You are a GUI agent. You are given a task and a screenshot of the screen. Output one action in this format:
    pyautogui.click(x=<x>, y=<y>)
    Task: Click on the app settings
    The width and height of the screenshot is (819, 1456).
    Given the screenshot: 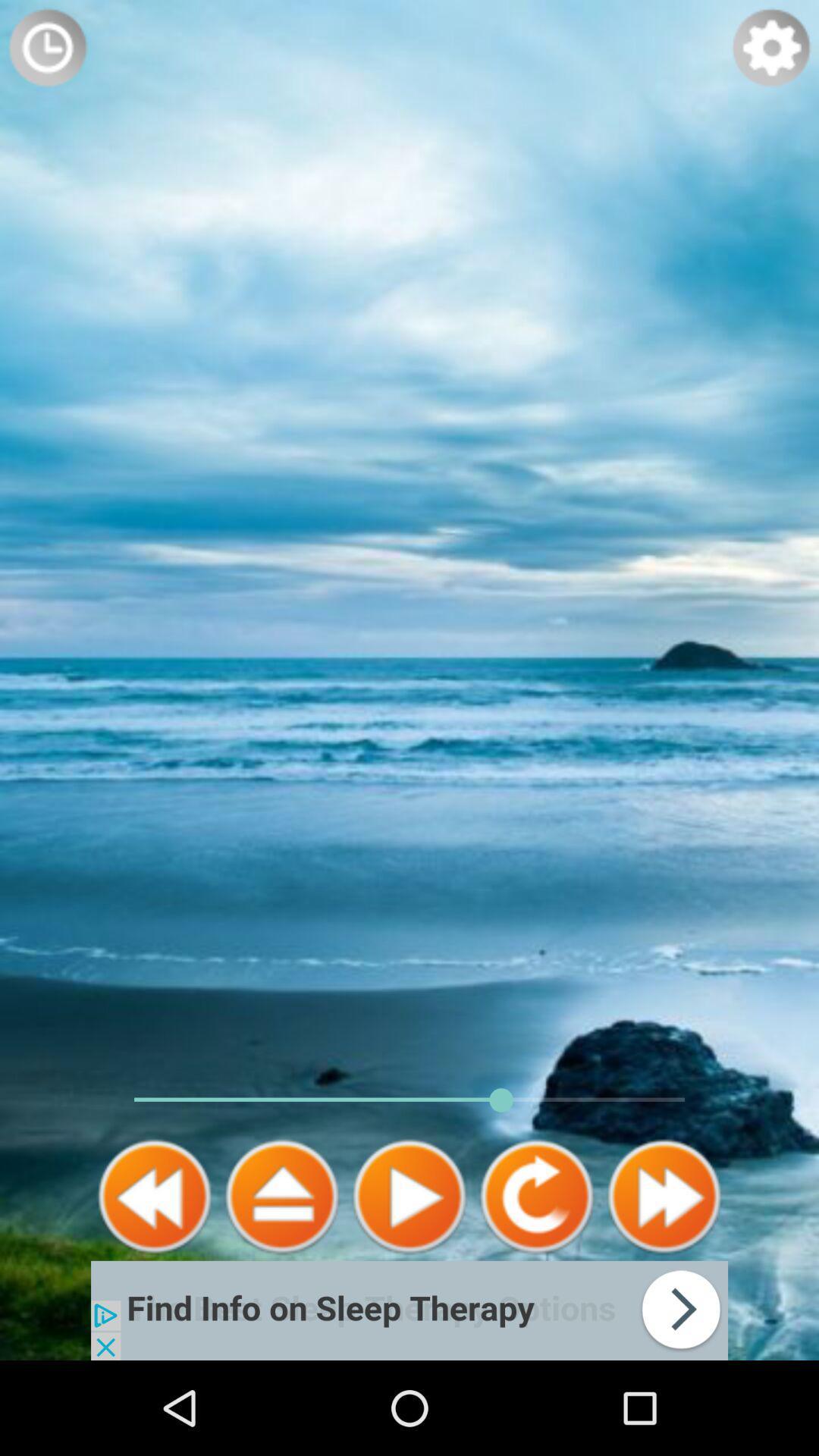 What is the action you would take?
    pyautogui.click(x=771, y=47)
    